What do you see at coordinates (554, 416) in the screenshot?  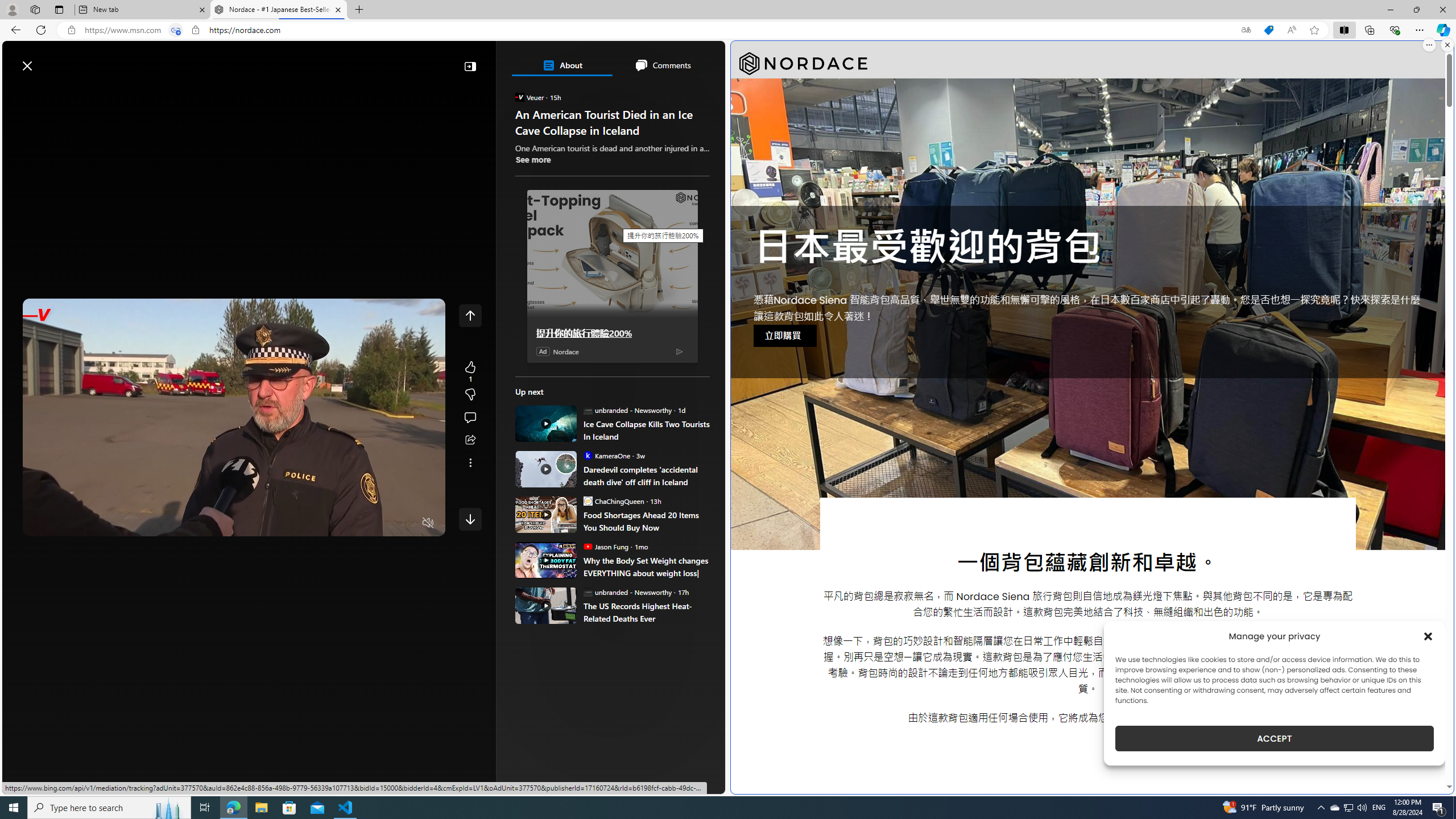 I see `'ABC News'` at bounding box center [554, 416].